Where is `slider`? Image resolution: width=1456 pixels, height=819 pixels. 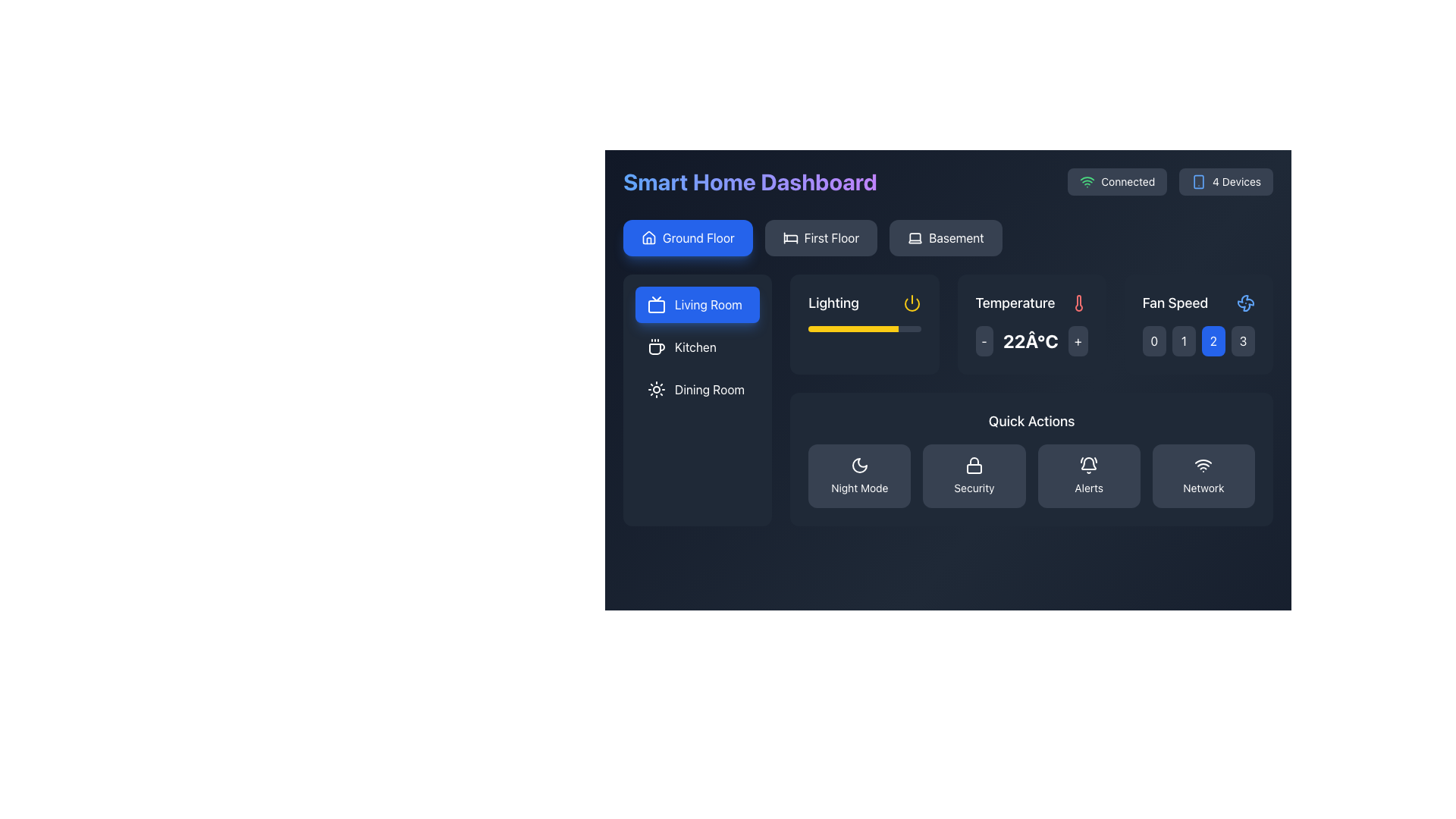
slider is located at coordinates (862, 328).